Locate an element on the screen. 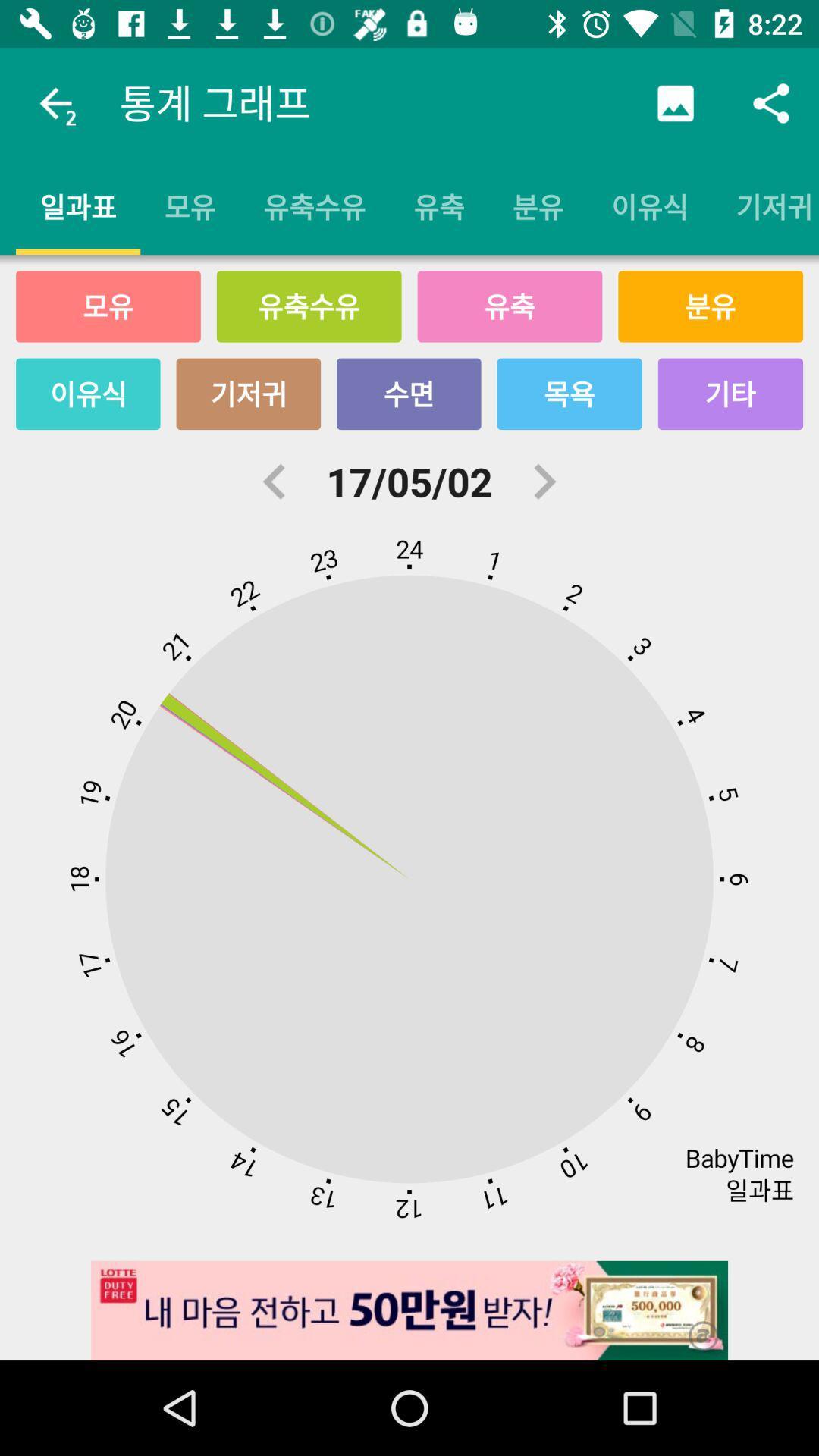 The height and width of the screenshot is (1456, 819). the icon above the 17/05/02 is located at coordinates (408, 394).